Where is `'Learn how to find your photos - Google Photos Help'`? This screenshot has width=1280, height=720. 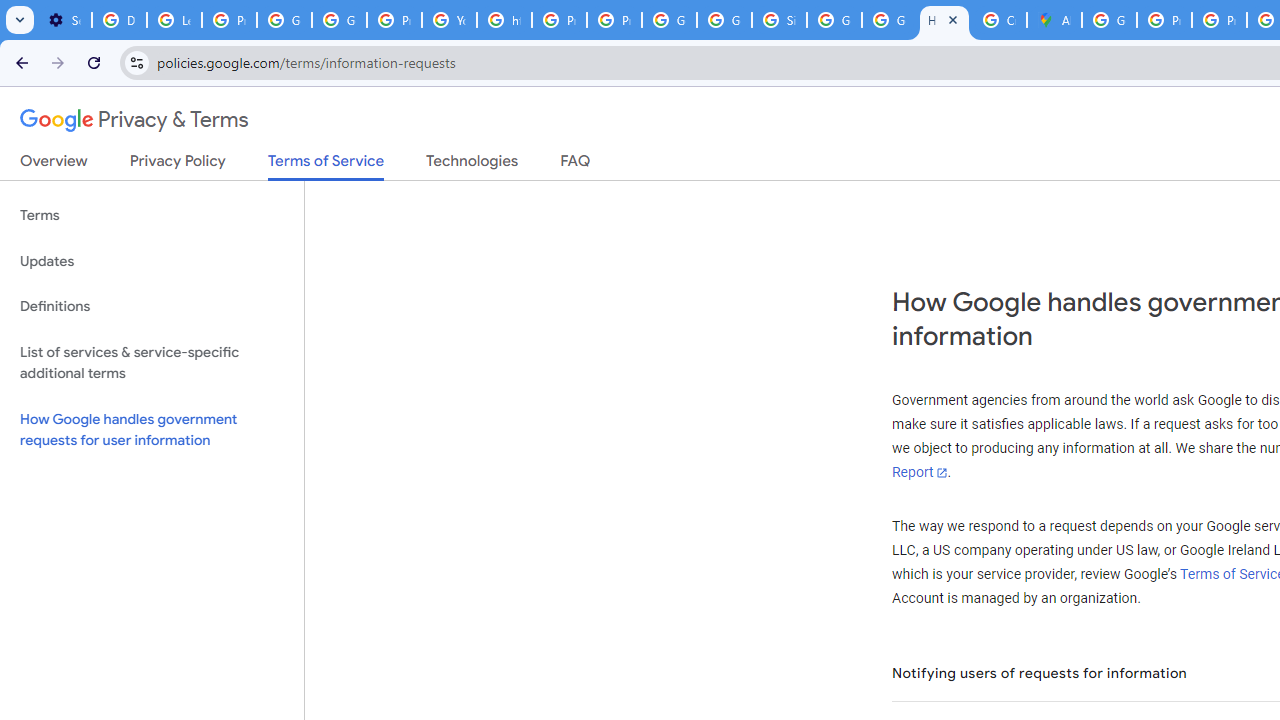
'Learn how to find your photos - Google Photos Help' is located at coordinates (174, 20).